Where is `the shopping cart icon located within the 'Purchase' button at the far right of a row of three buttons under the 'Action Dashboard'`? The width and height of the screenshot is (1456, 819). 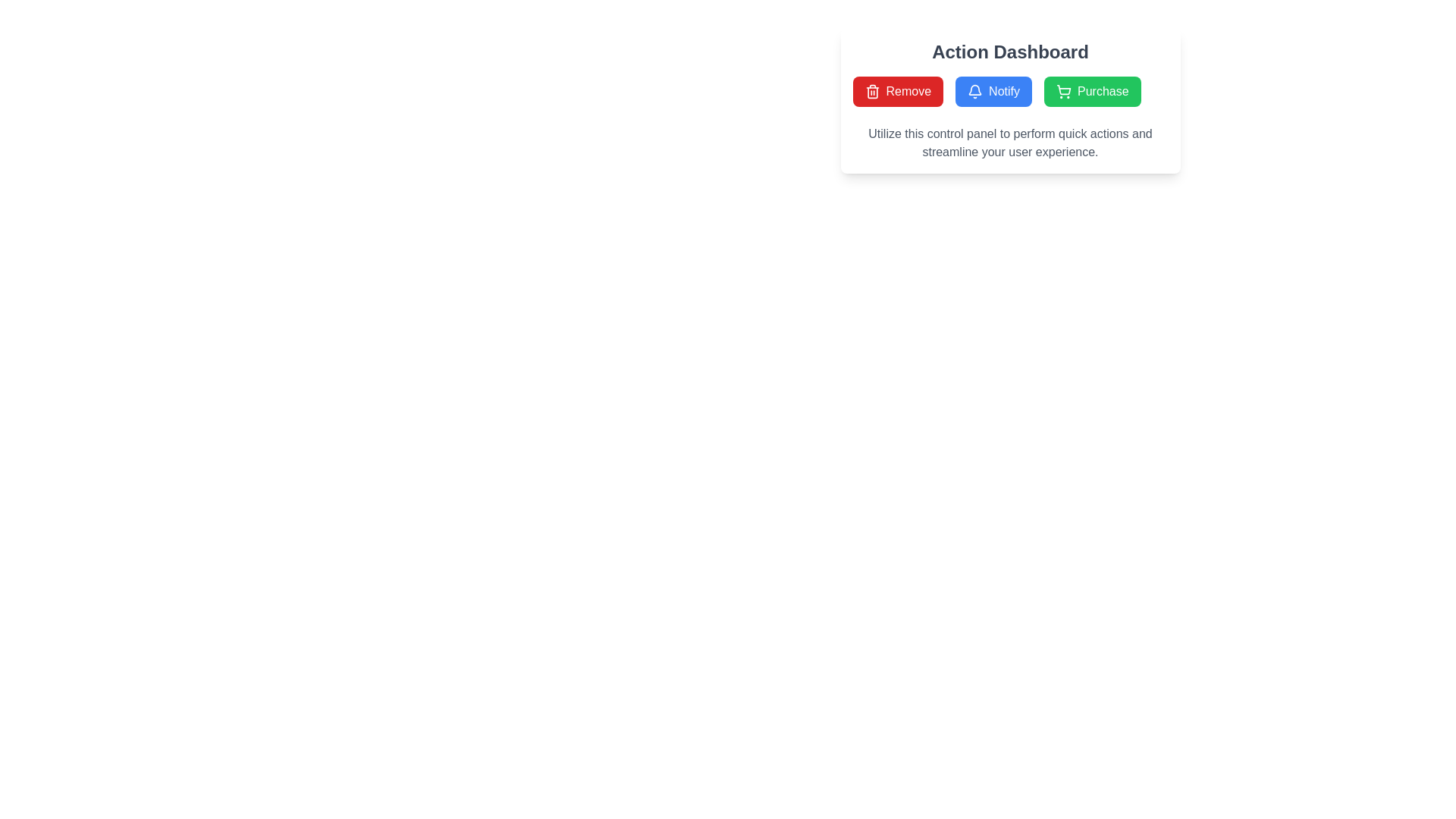 the shopping cart icon located within the 'Purchase' button at the far right of a row of three buttons under the 'Action Dashboard' is located at coordinates (1063, 89).